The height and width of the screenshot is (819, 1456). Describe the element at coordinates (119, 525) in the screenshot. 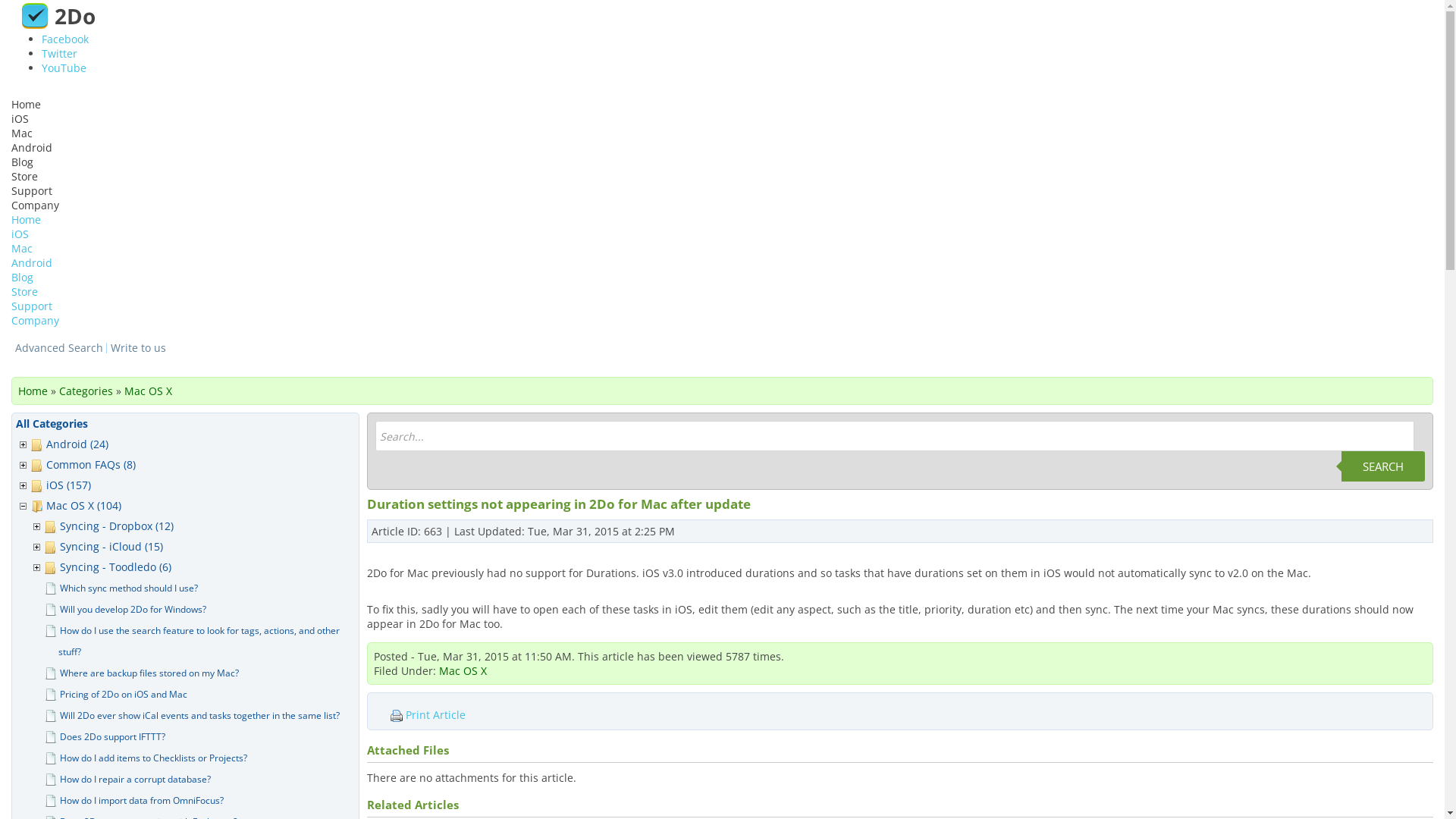

I see `'Syncing - Dropbox (12)'` at that location.